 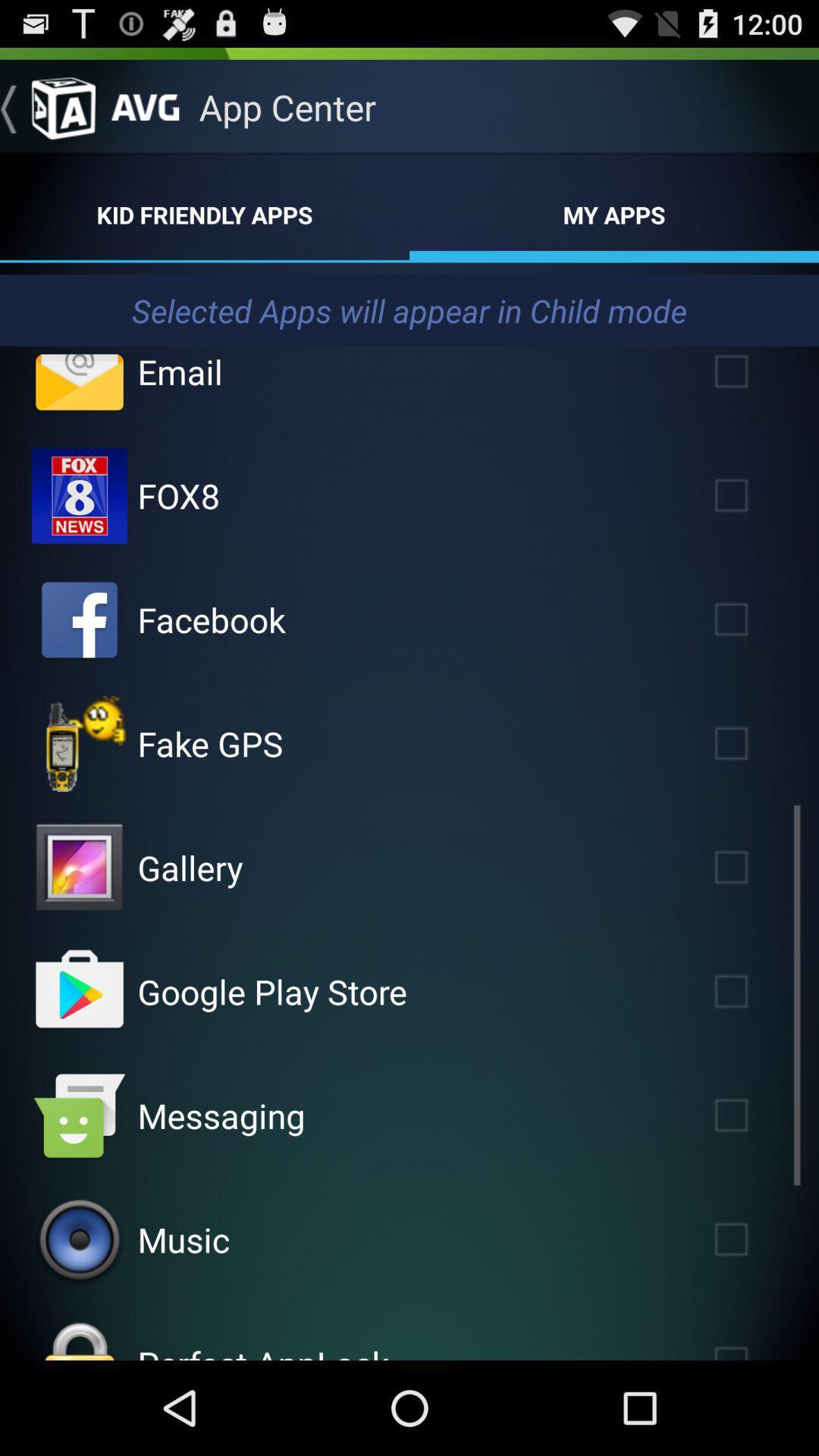 What do you see at coordinates (753, 1116) in the screenshot?
I see `for messaging` at bounding box center [753, 1116].